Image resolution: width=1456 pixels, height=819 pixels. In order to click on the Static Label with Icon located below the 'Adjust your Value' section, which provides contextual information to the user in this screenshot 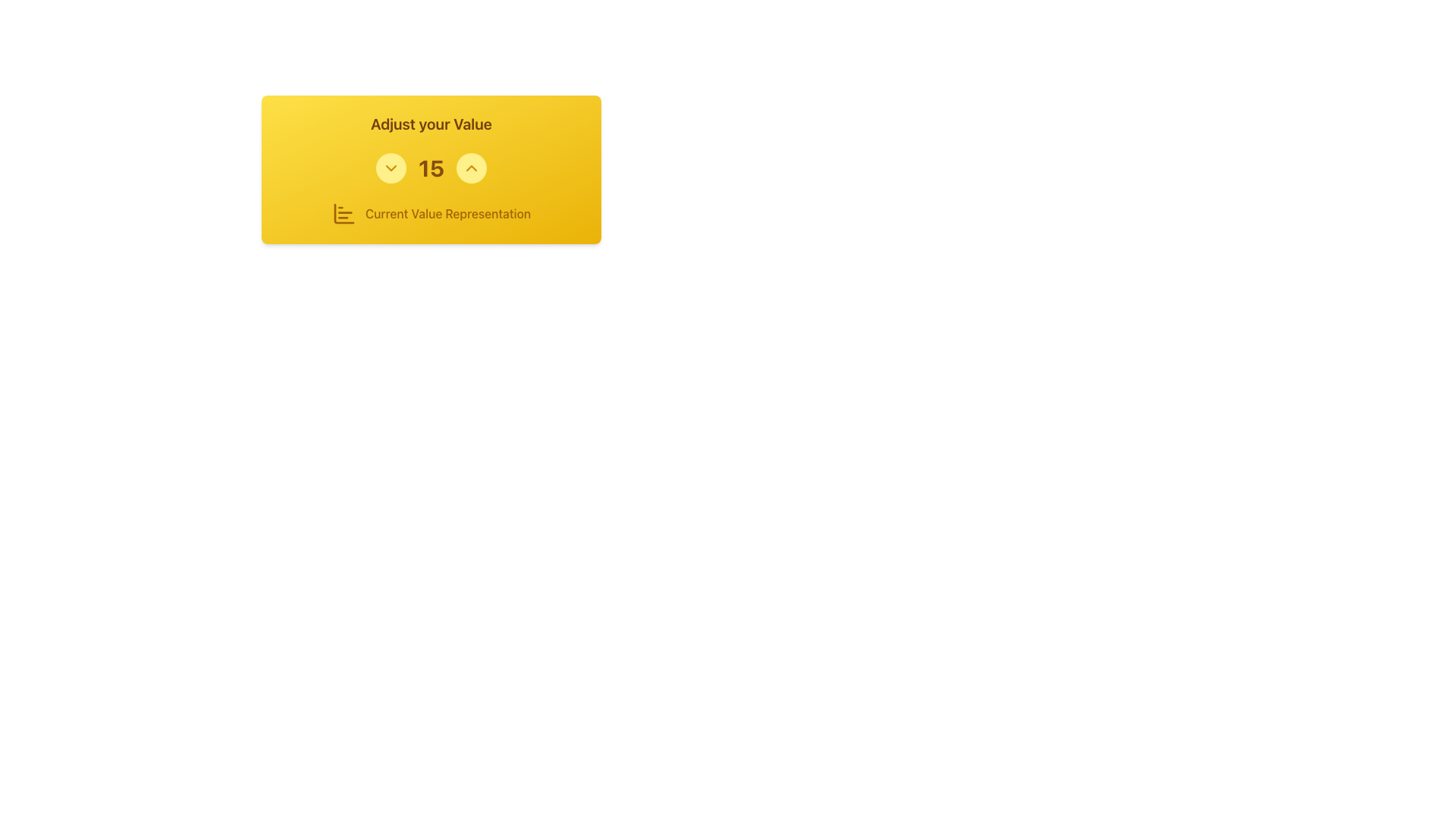, I will do `click(431, 213)`.